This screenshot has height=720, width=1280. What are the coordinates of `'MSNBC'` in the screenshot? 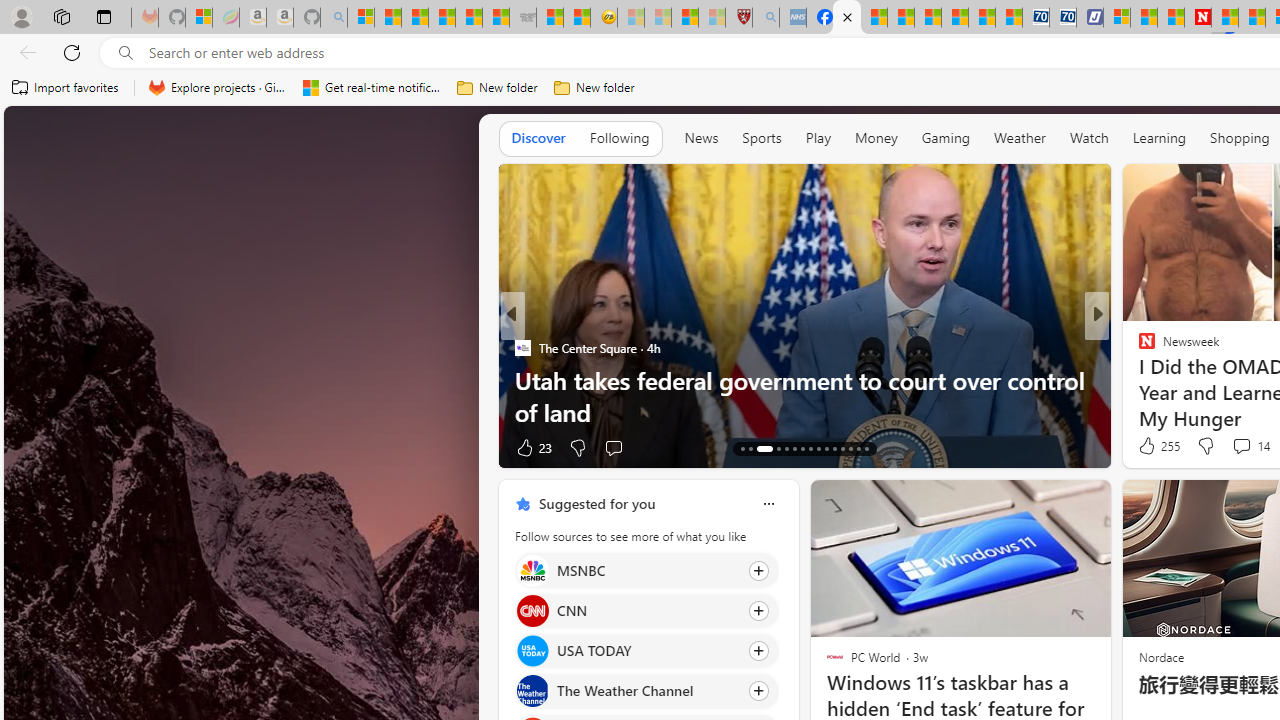 It's located at (532, 570).